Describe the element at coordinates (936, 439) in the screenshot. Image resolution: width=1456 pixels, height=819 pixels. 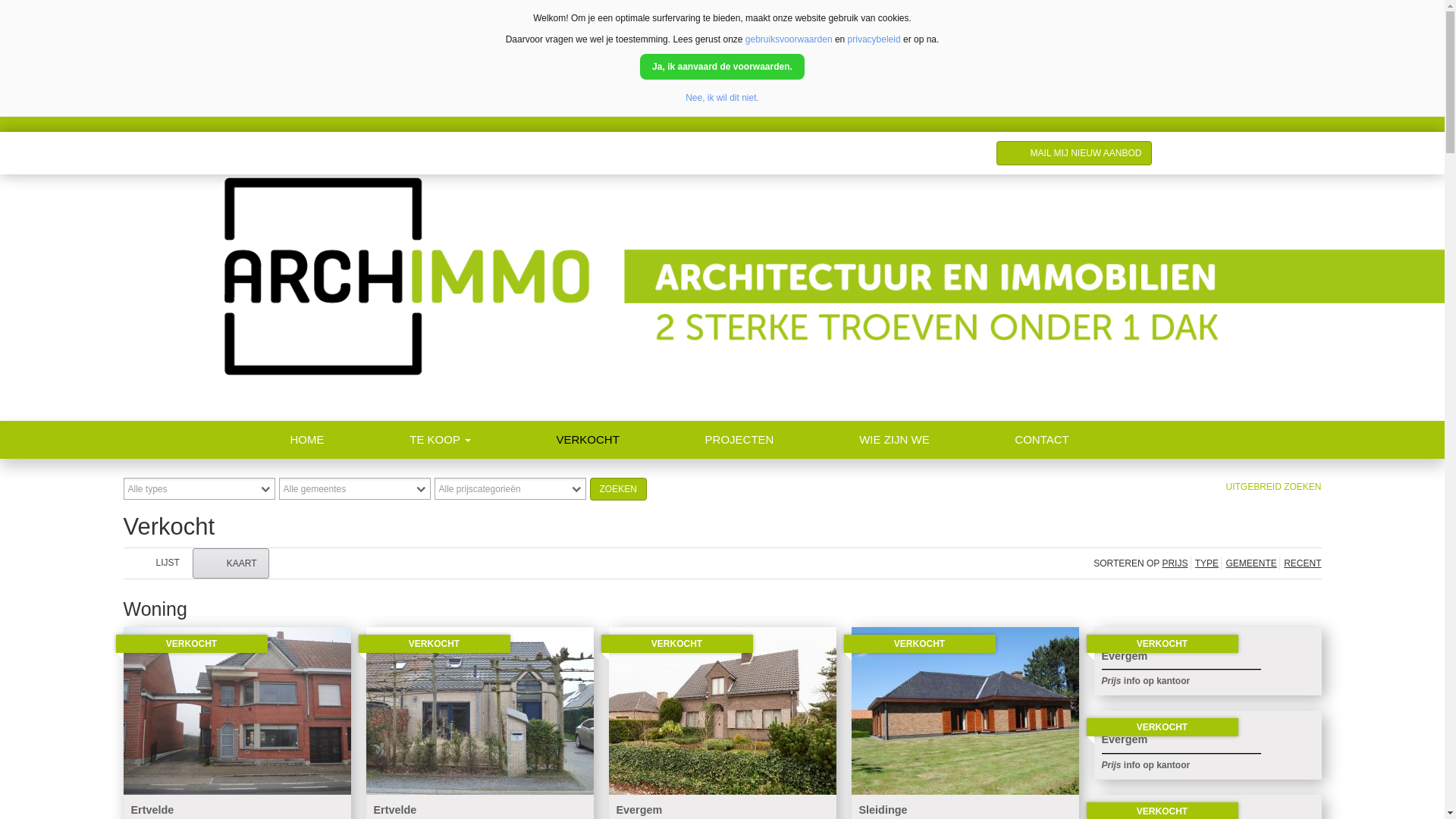
I see `'WIE ZIJN WE'` at that location.